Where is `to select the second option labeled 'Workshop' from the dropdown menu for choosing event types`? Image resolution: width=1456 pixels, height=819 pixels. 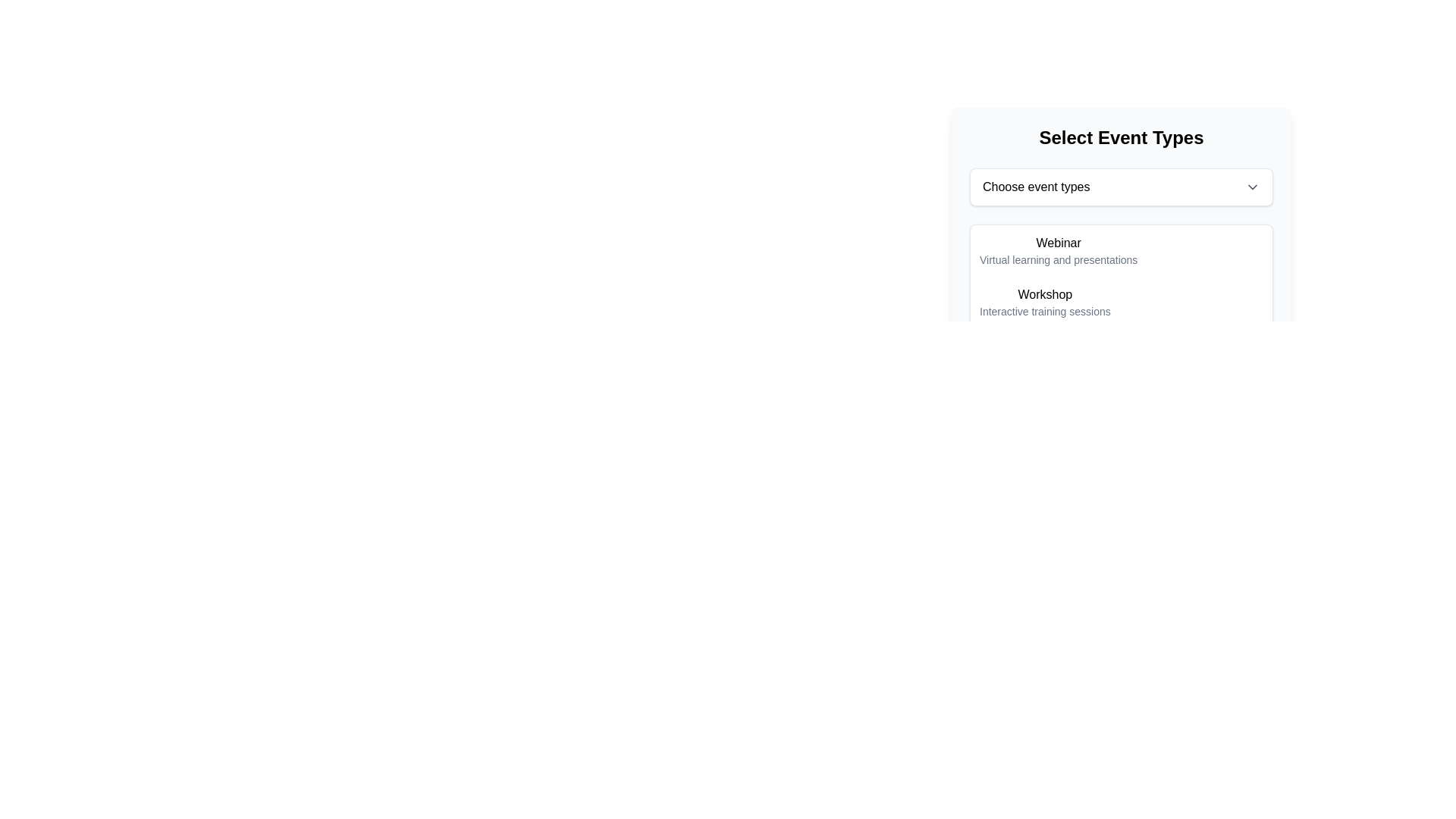 to select the second option labeled 'Workshop' from the dropdown menu for choosing event types is located at coordinates (1121, 302).